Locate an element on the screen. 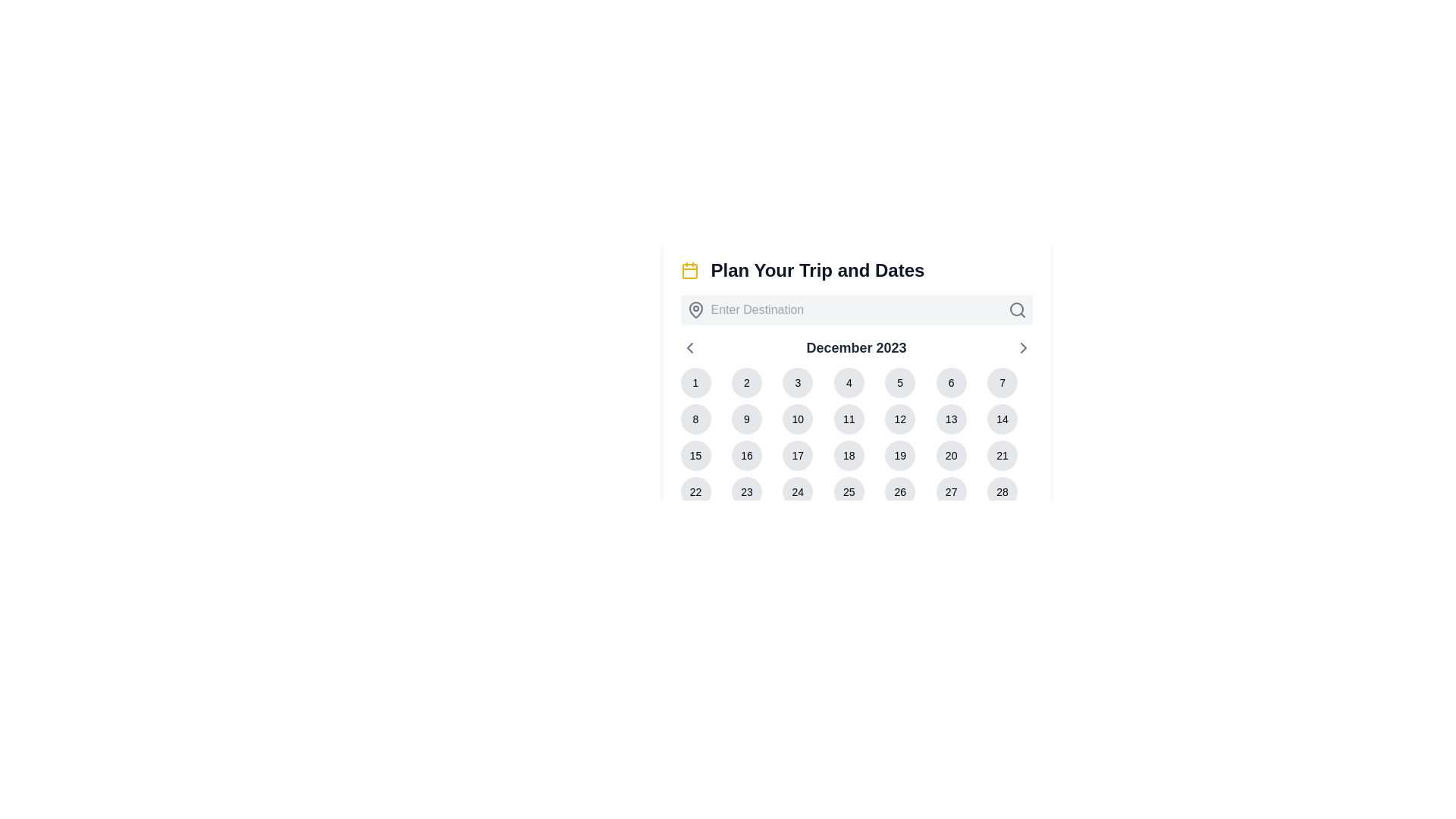 The image size is (1456, 819). the navigation button located to the right of the text labeled 'December 2023' is located at coordinates (1023, 348).